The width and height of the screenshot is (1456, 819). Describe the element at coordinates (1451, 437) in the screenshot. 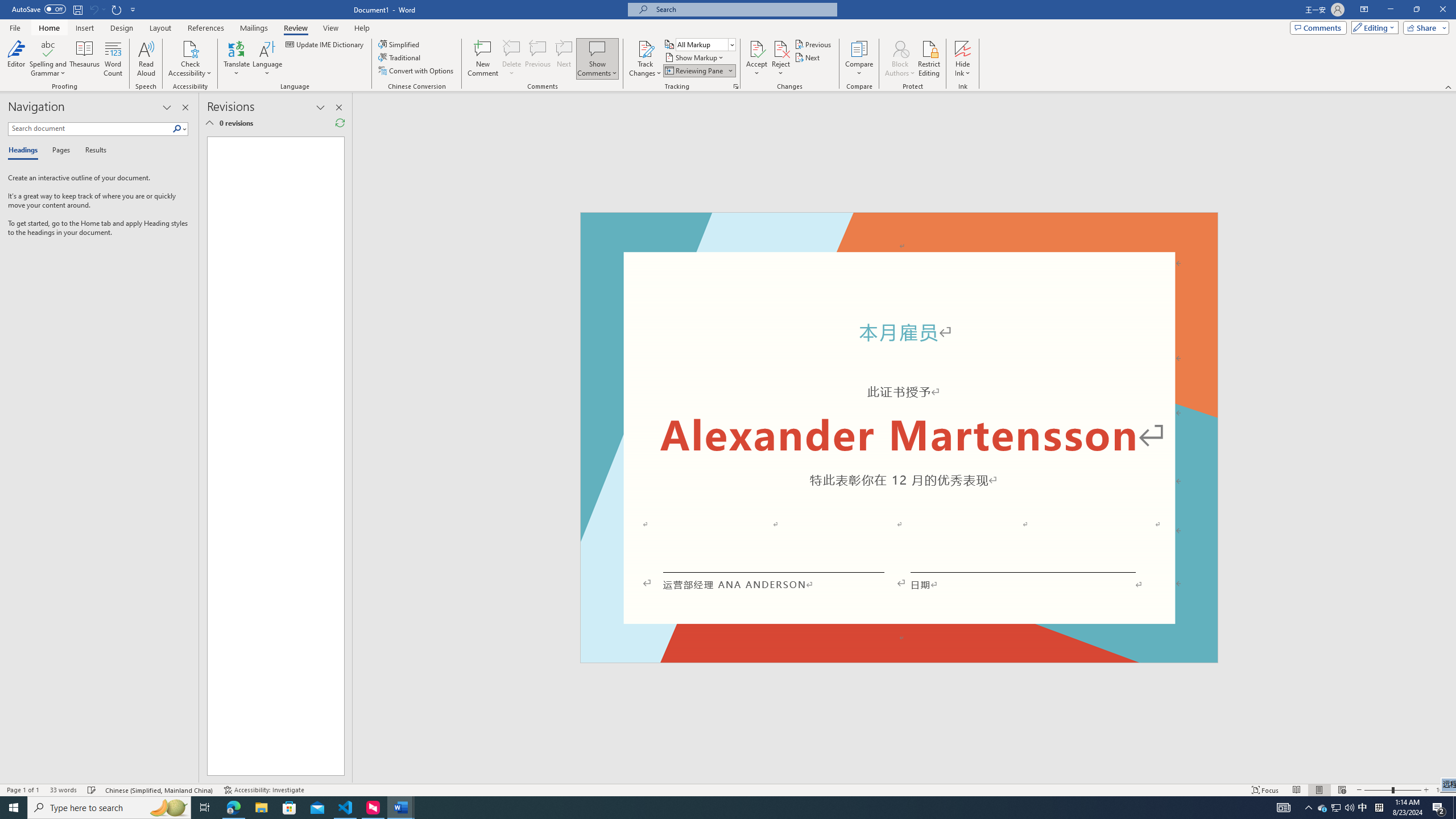

I see `'Class: NetUIScrollBar'` at that location.